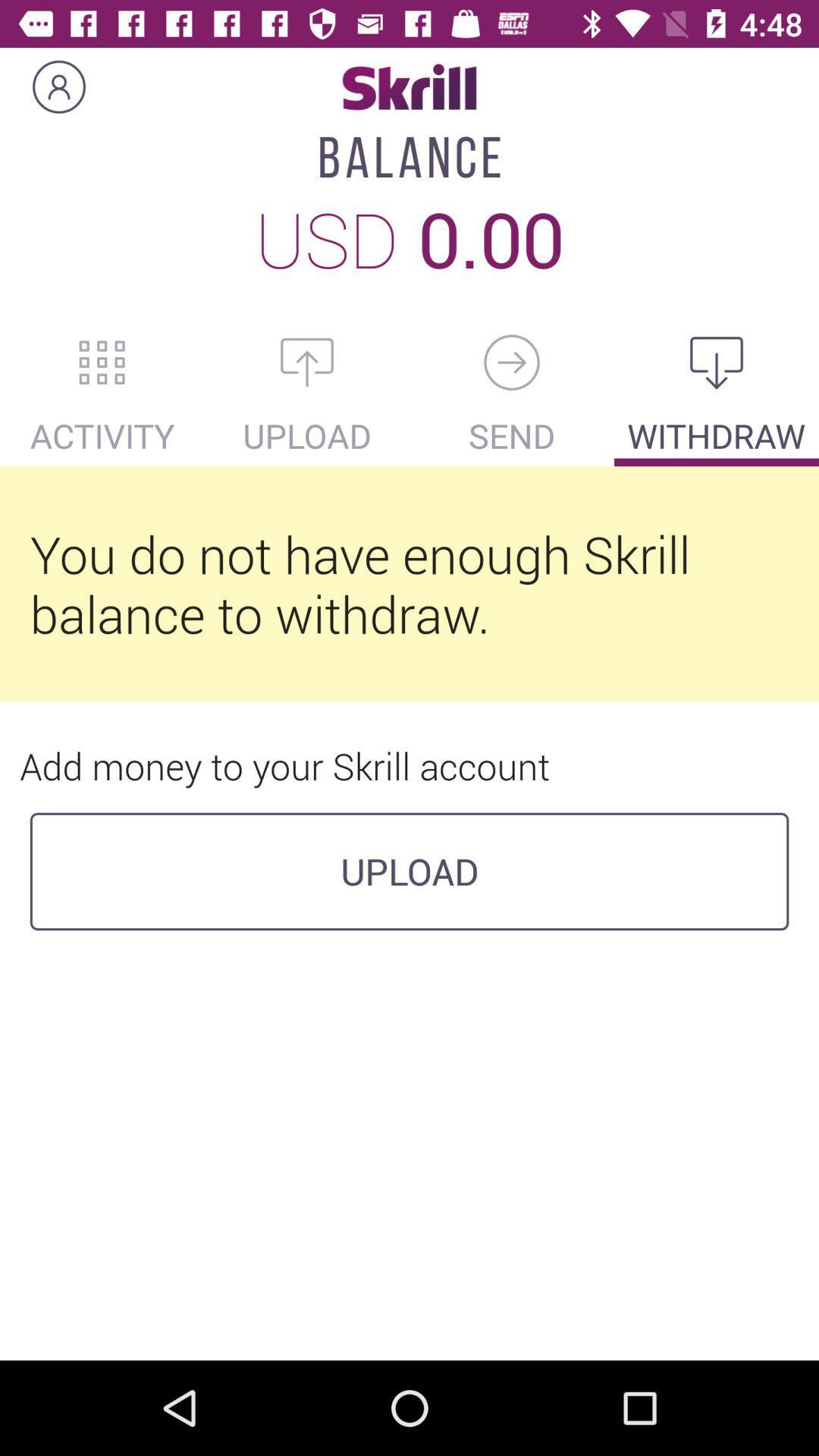  What do you see at coordinates (307, 362) in the screenshot?
I see `open` at bounding box center [307, 362].